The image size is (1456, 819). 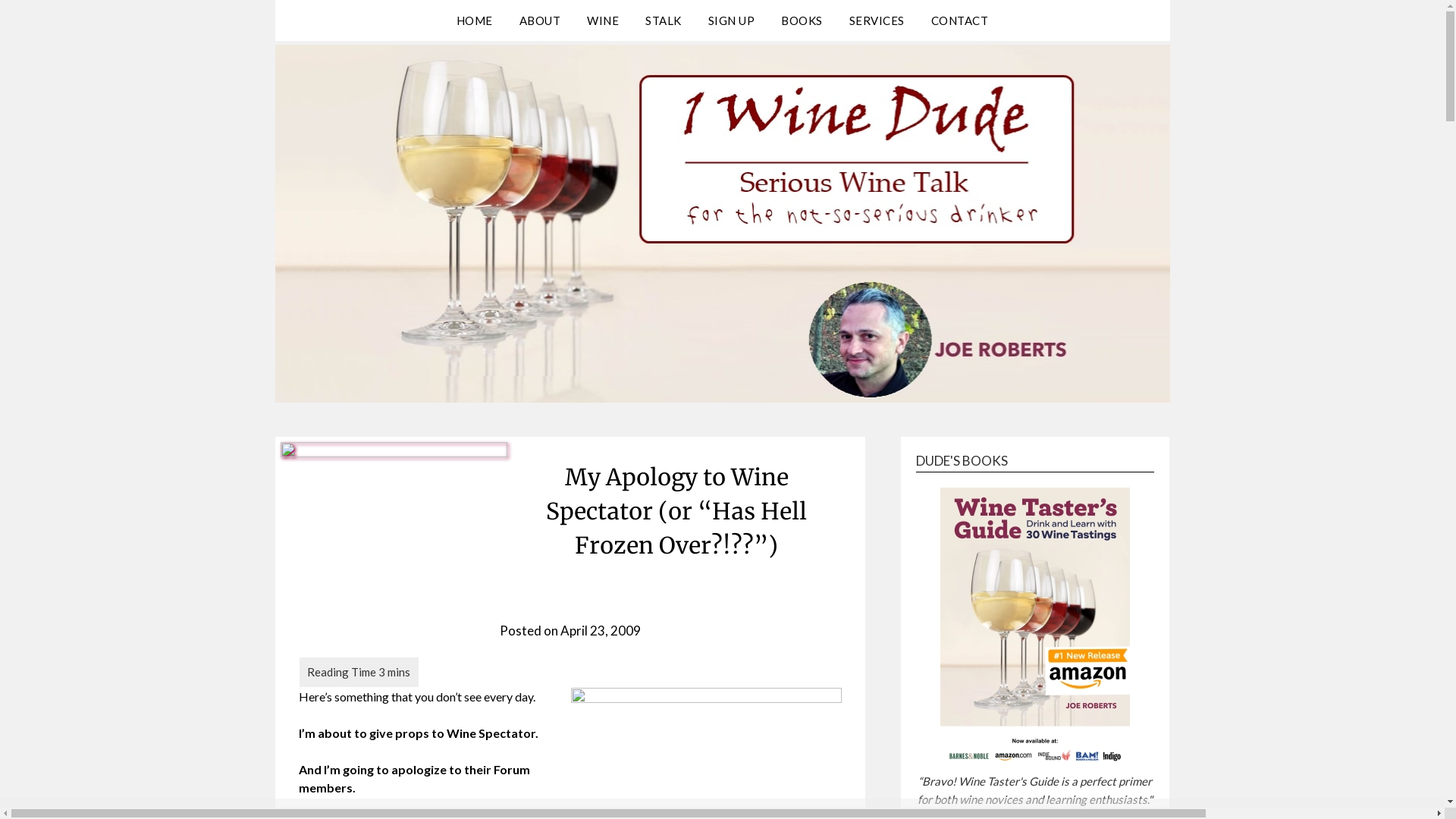 I want to click on 'SERVICES', so click(x=877, y=20).